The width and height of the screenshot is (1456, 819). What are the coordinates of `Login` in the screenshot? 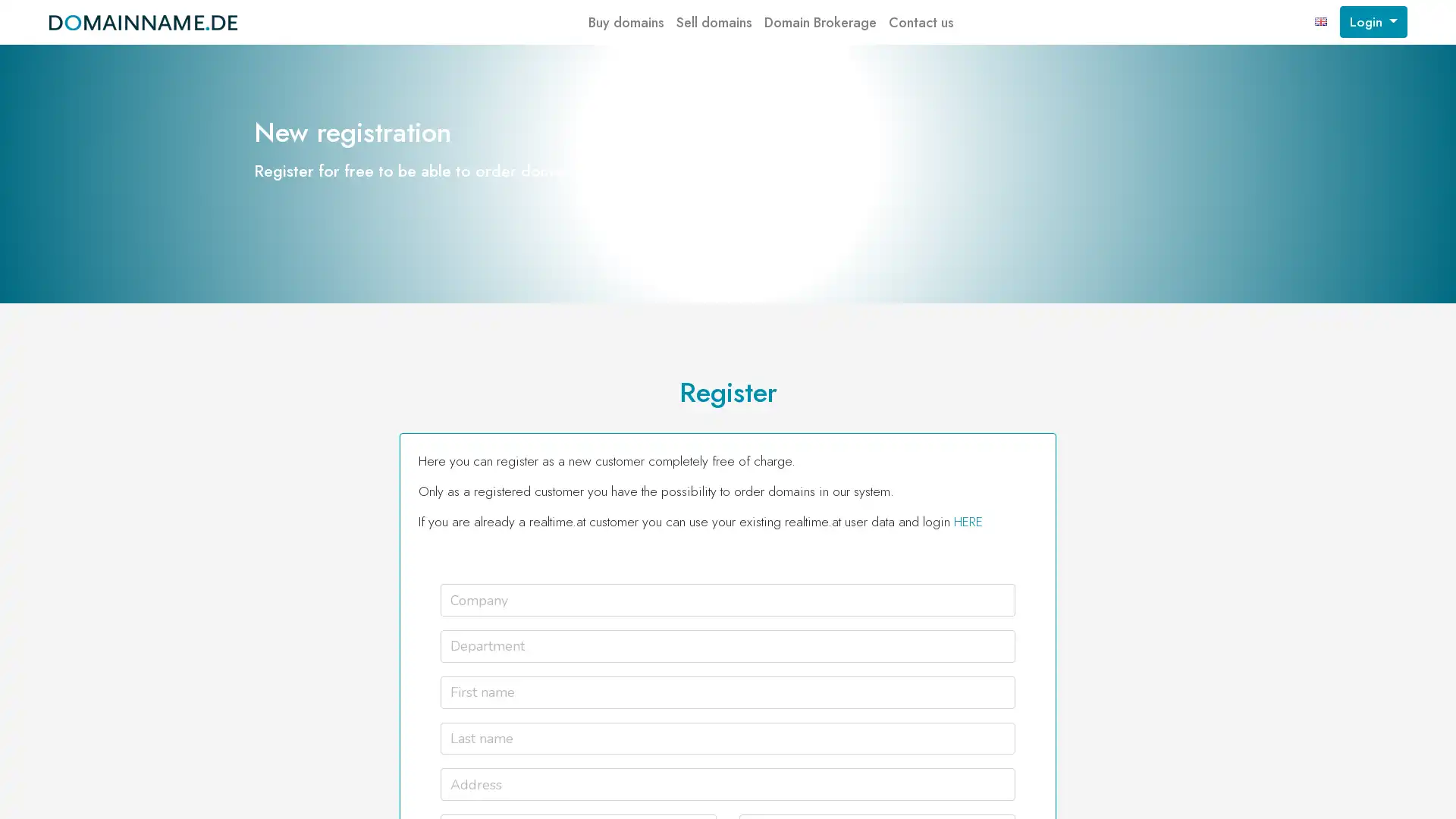 It's located at (1373, 22).